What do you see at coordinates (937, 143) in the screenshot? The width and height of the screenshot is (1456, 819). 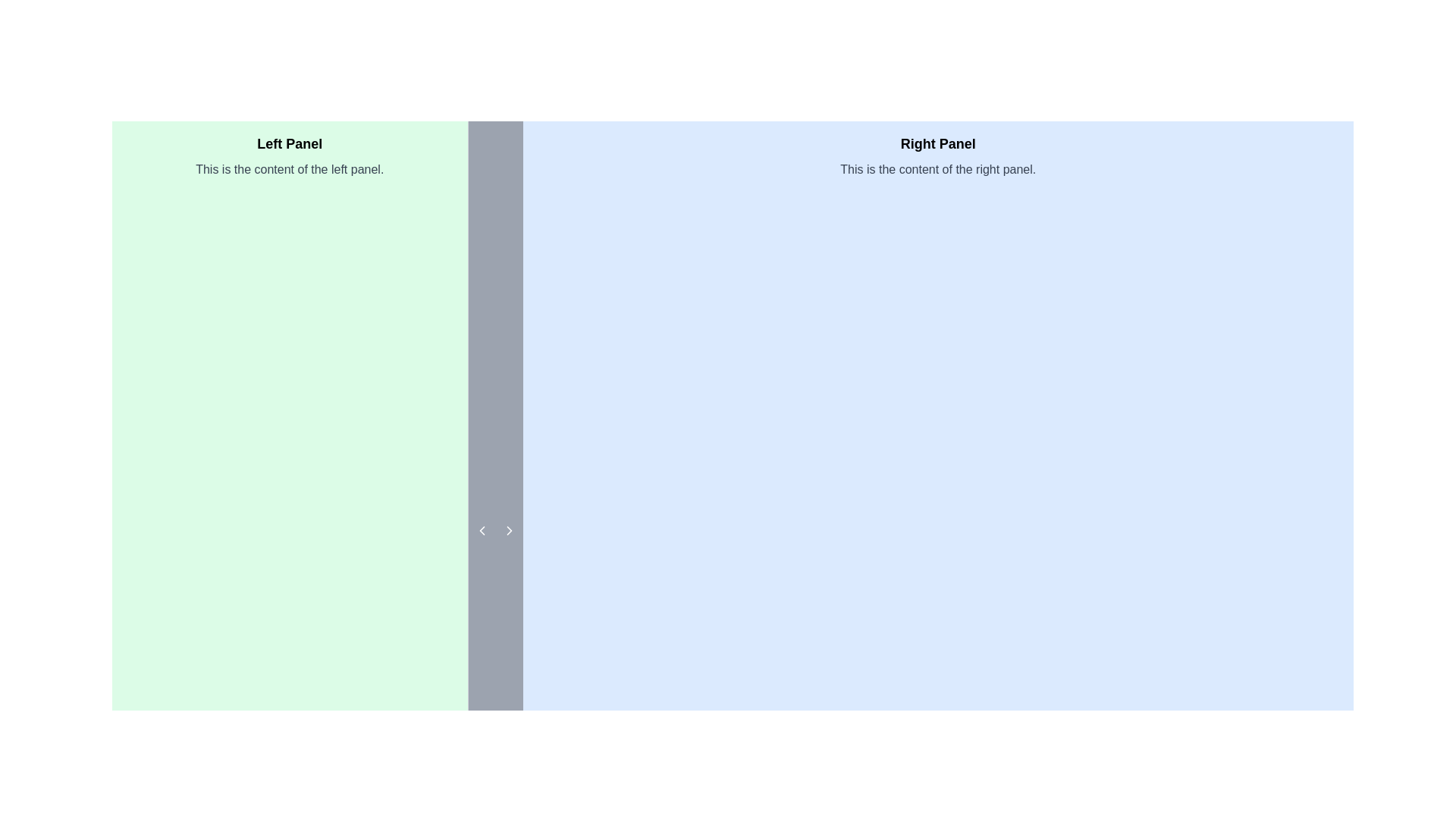 I see `text content of the header labeled 'Right Panel', which is positioned at the top of the right panel section of the interface` at bounding box center [937, 143].